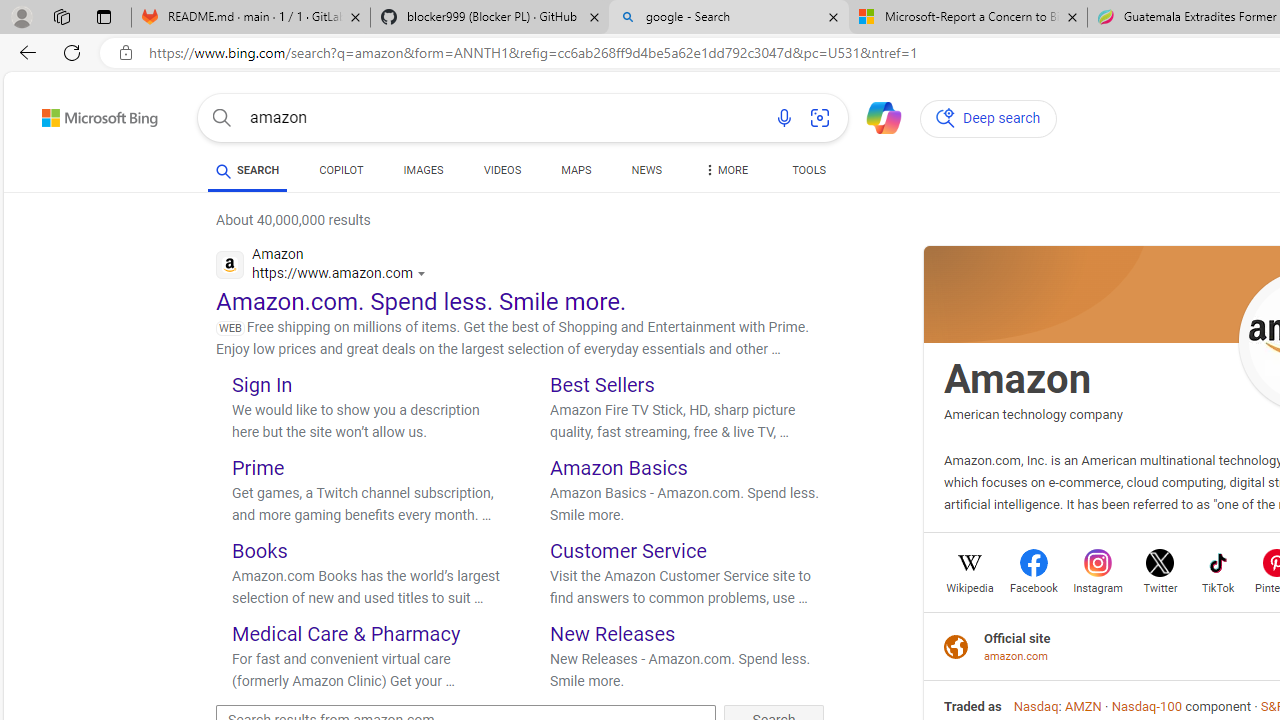 The height and width of the screenshot is (720, 1280). I want to click on 'AMZN', so click(1081, 705).